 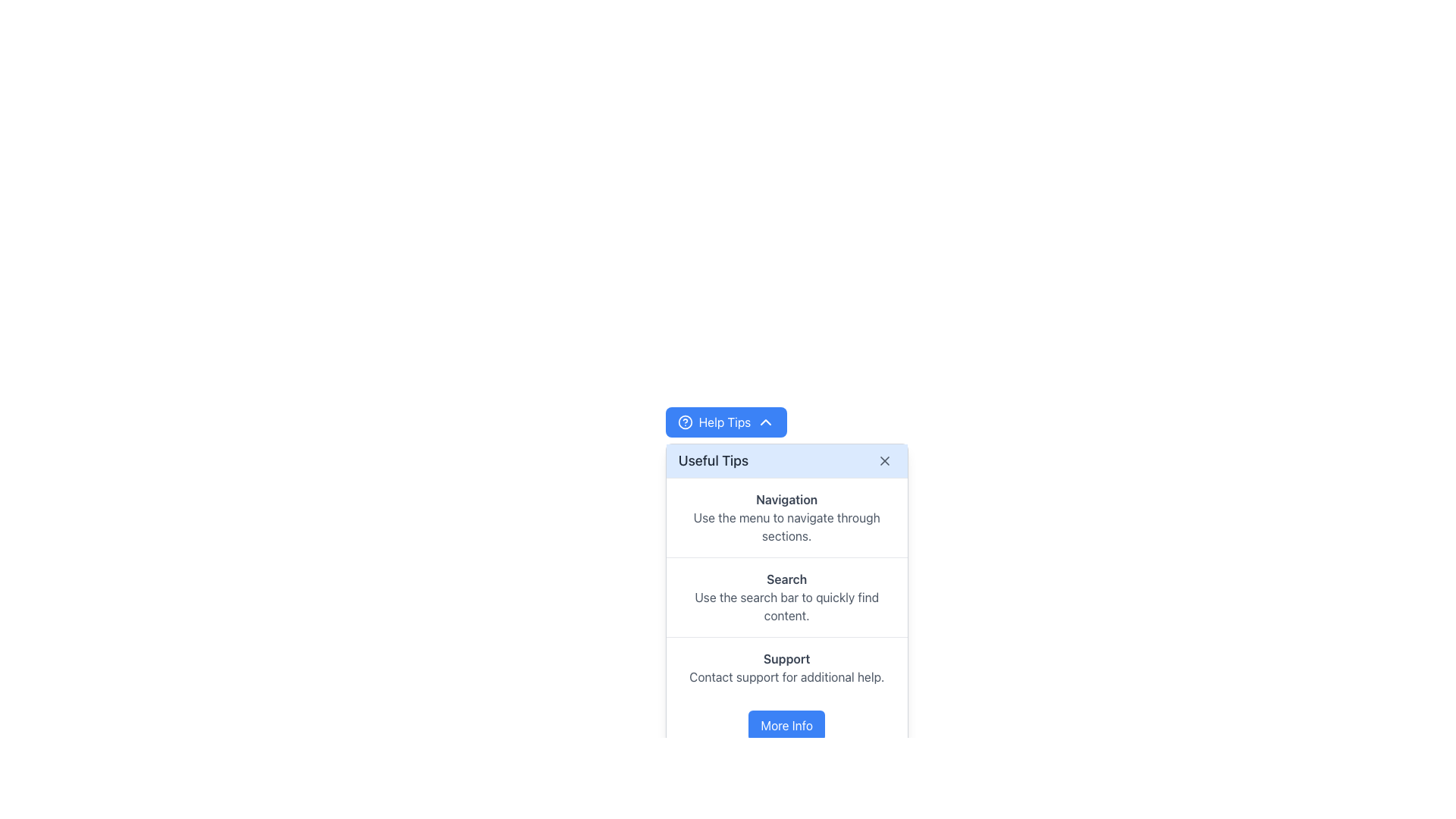 I want to click on the button located at the bottom section of the 'Useful Tips' panel to invoke an action or navigate to another page, so click(x=786, y=724).